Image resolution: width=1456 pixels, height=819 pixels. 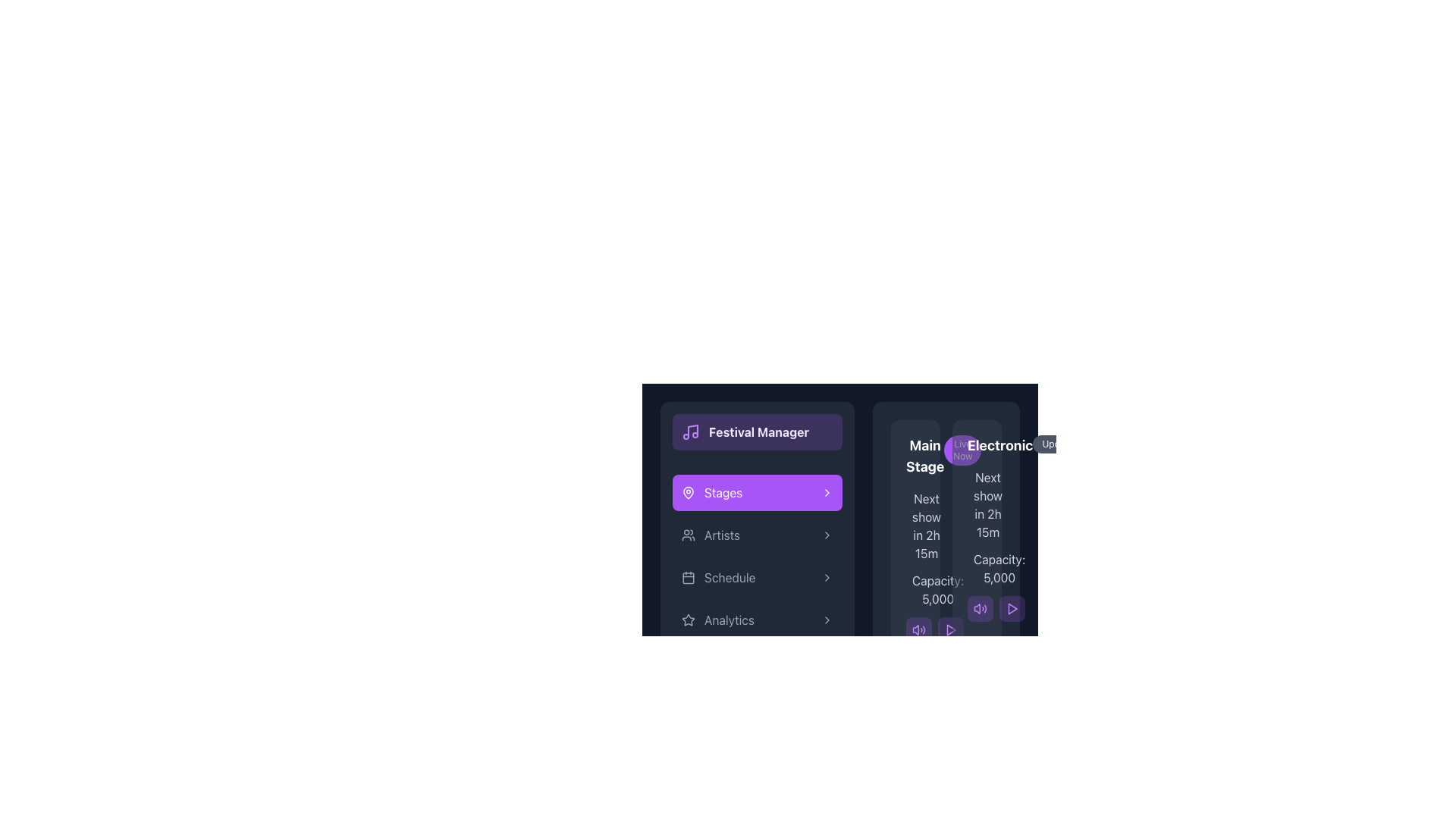 I want to click on the main body of the purple map pin icon located in the navigation panel for the Electronic Stage section, positioned below the Main Stage information heading, so click(x=687, y=491).